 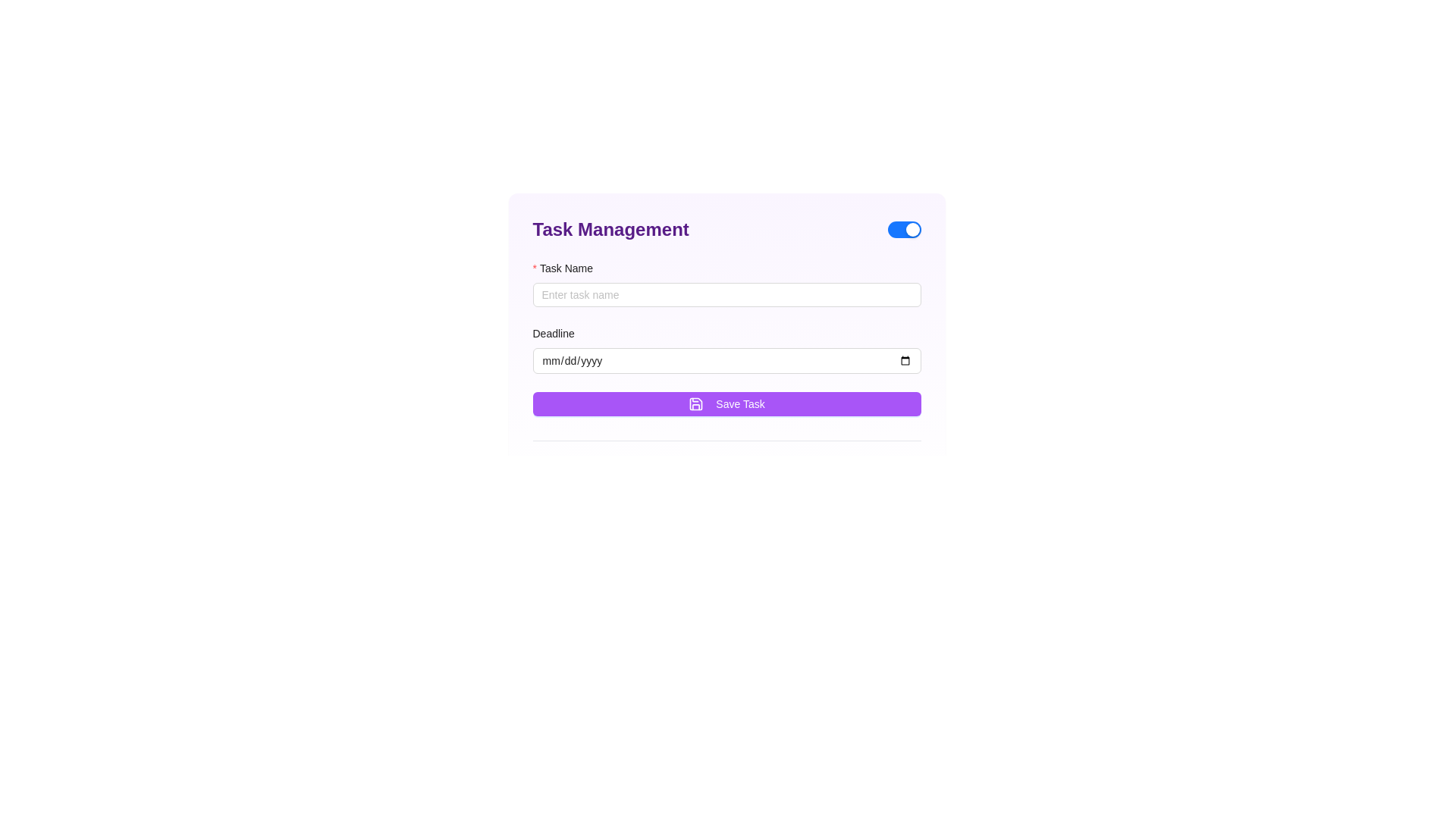 I want to click on the Text label indicating the task's name in the Task Management form, which is located above the associated input field, so click(x=567, y=268).